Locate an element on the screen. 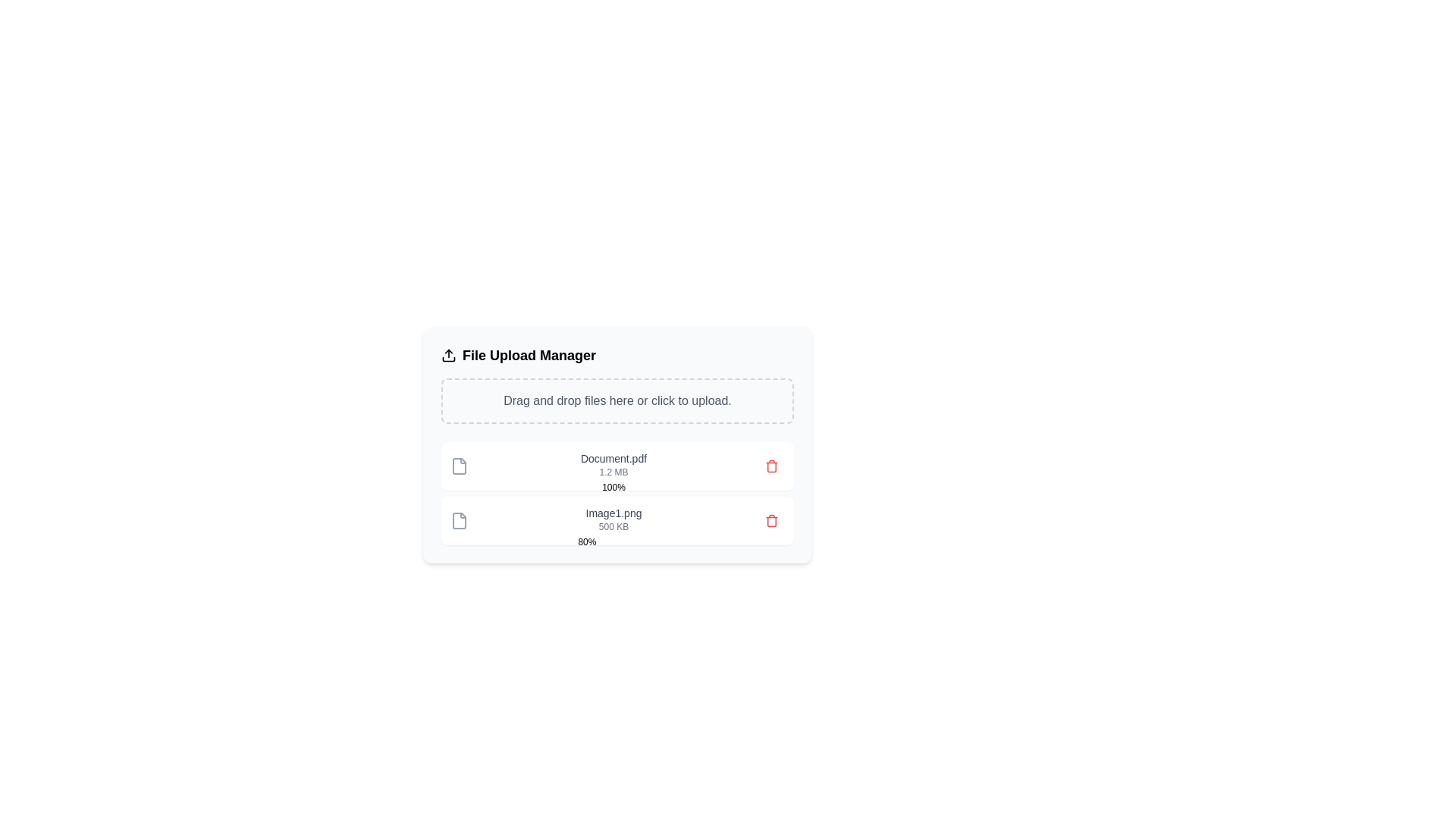  the text label displaying '500 KB', which is located below the filename 'Image1.png' and above the progress bar in the file upload manager interface is located at coordinates (613, 526).